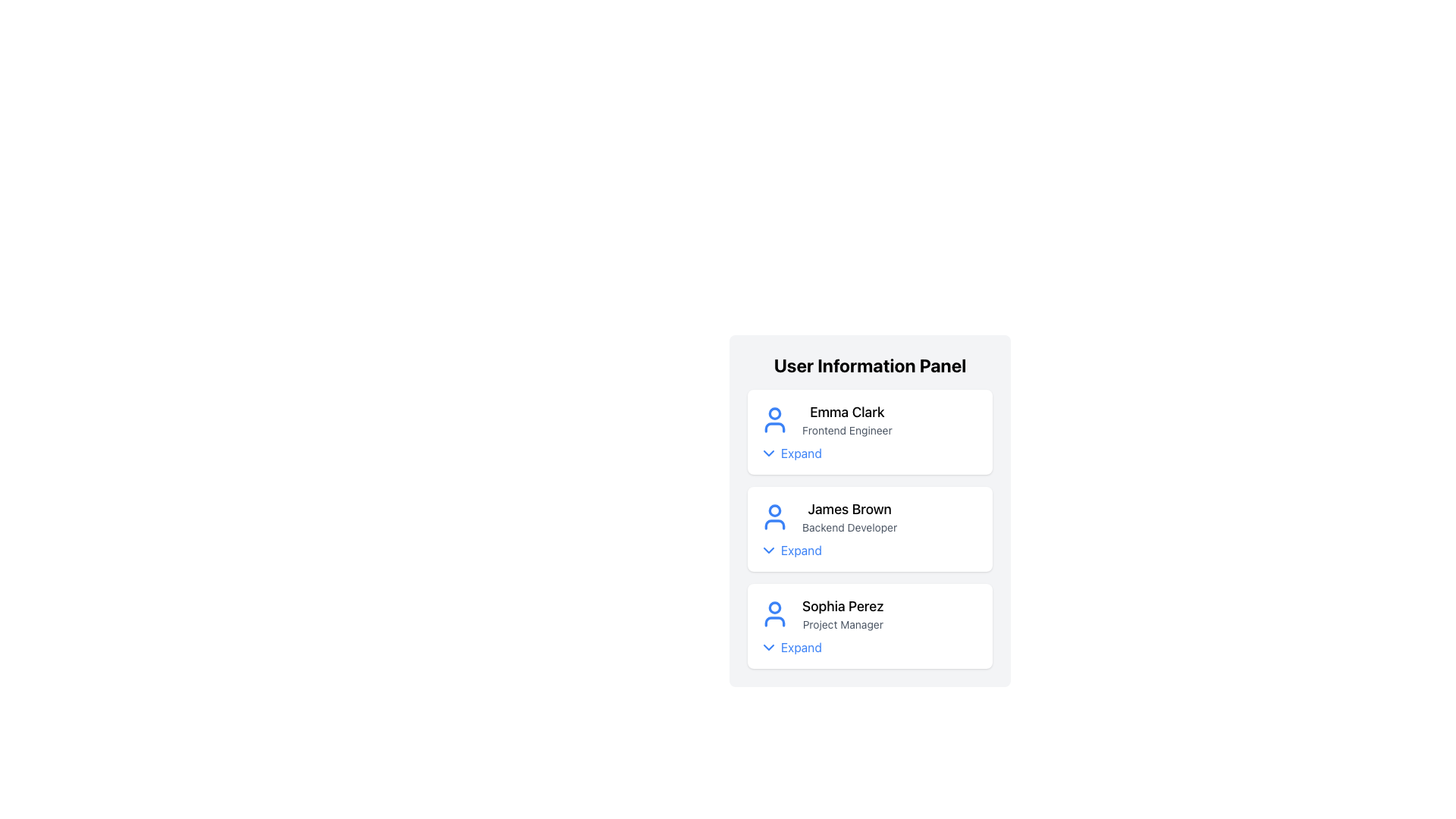 This screenshot has height=819, width=1456. What do you see at coordinates (789, 452) in the screenshot?
I see `the button or link that expands or collapses additional information about 'Emma Clark', located at the bottom of the user card` at bounding box center [789, 452].